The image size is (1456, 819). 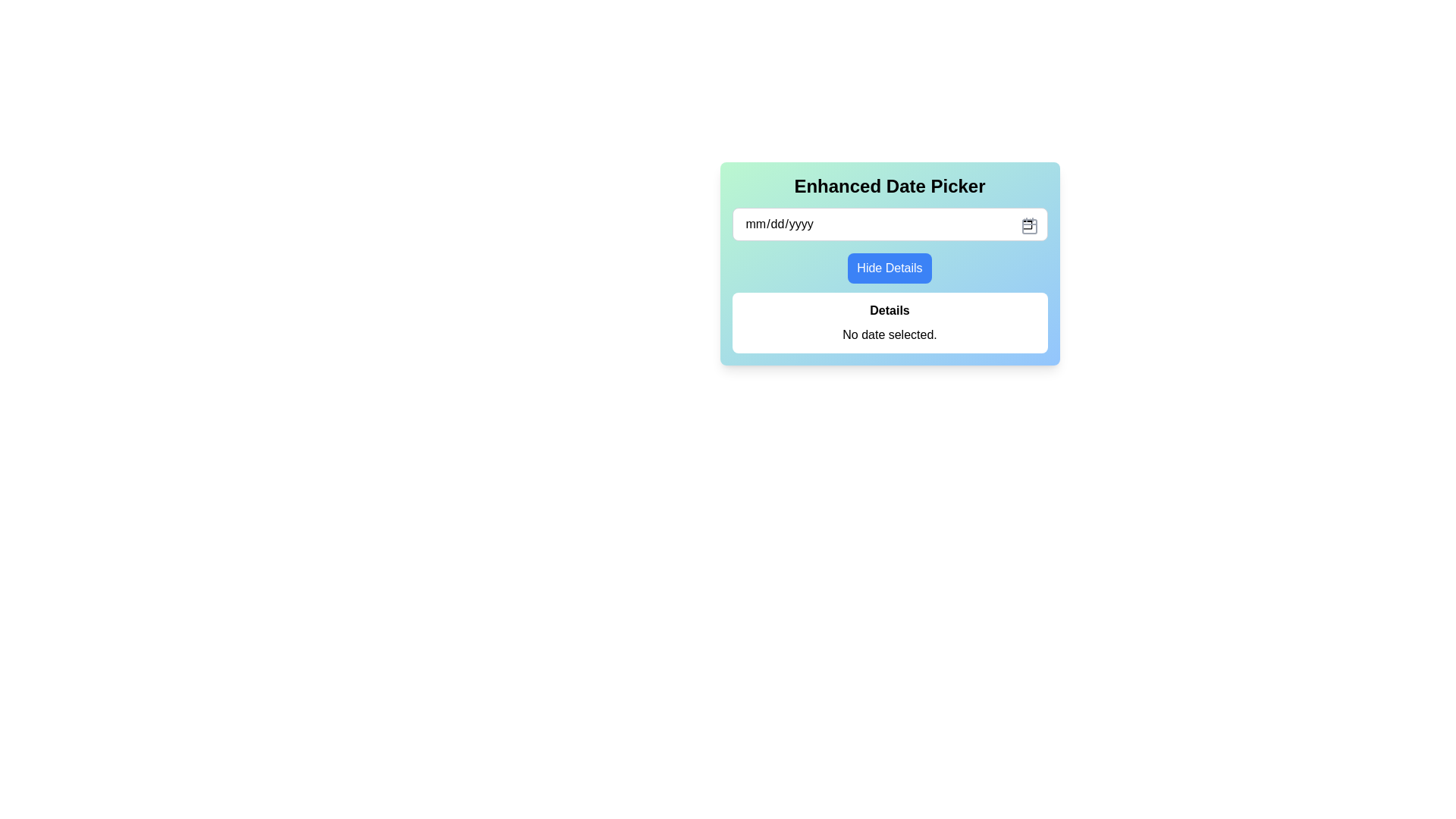 What do you see at coordinates (890, 334) in the screenshot?
I see `text content of the Text Label displaying 'No date selected.' in black font, which is located beneath the 'Details' heading in a white rounded box` at bounding box center [890, 334].